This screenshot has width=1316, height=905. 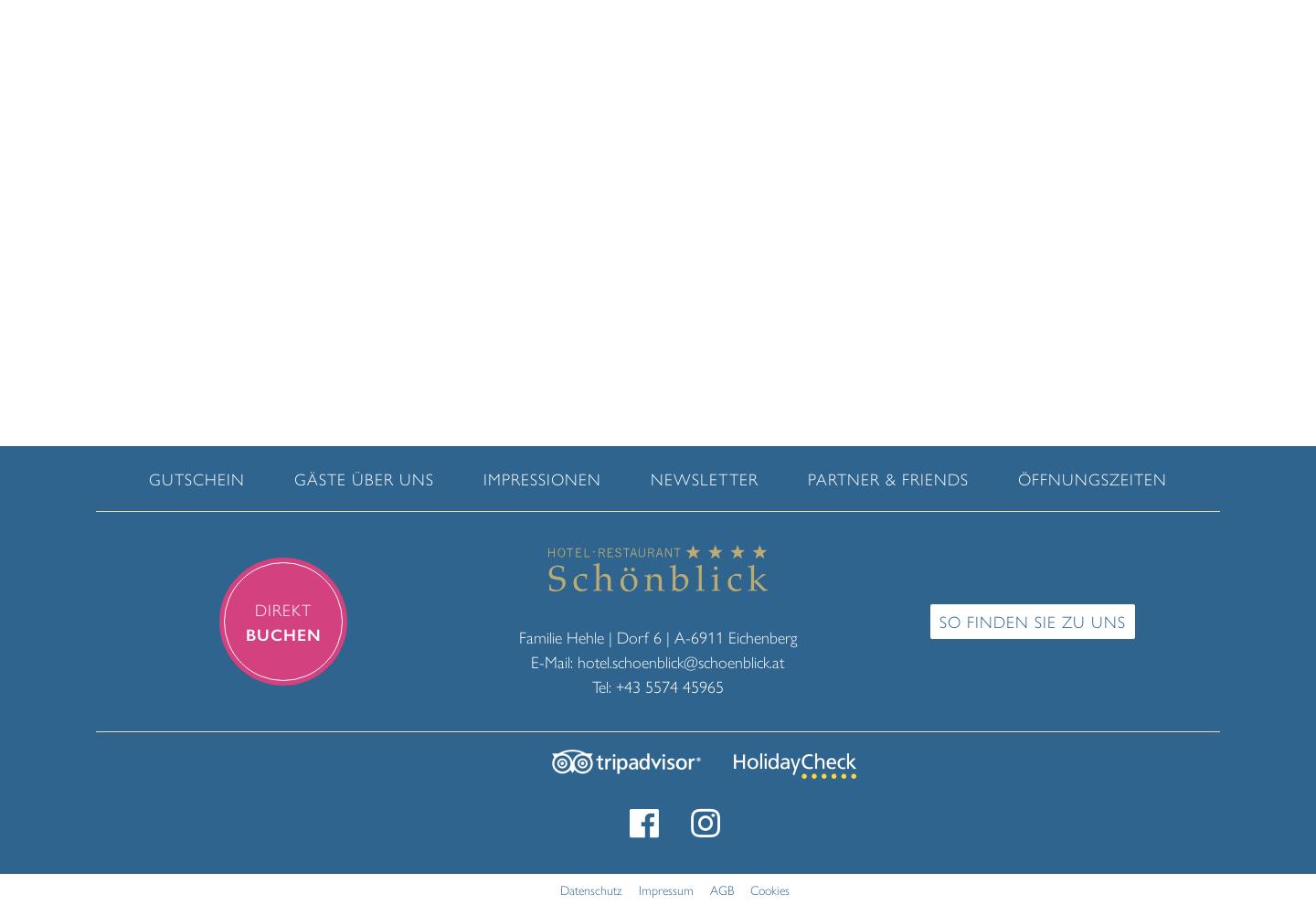 I want to click on 'AGB', so click(x=720, y=888).